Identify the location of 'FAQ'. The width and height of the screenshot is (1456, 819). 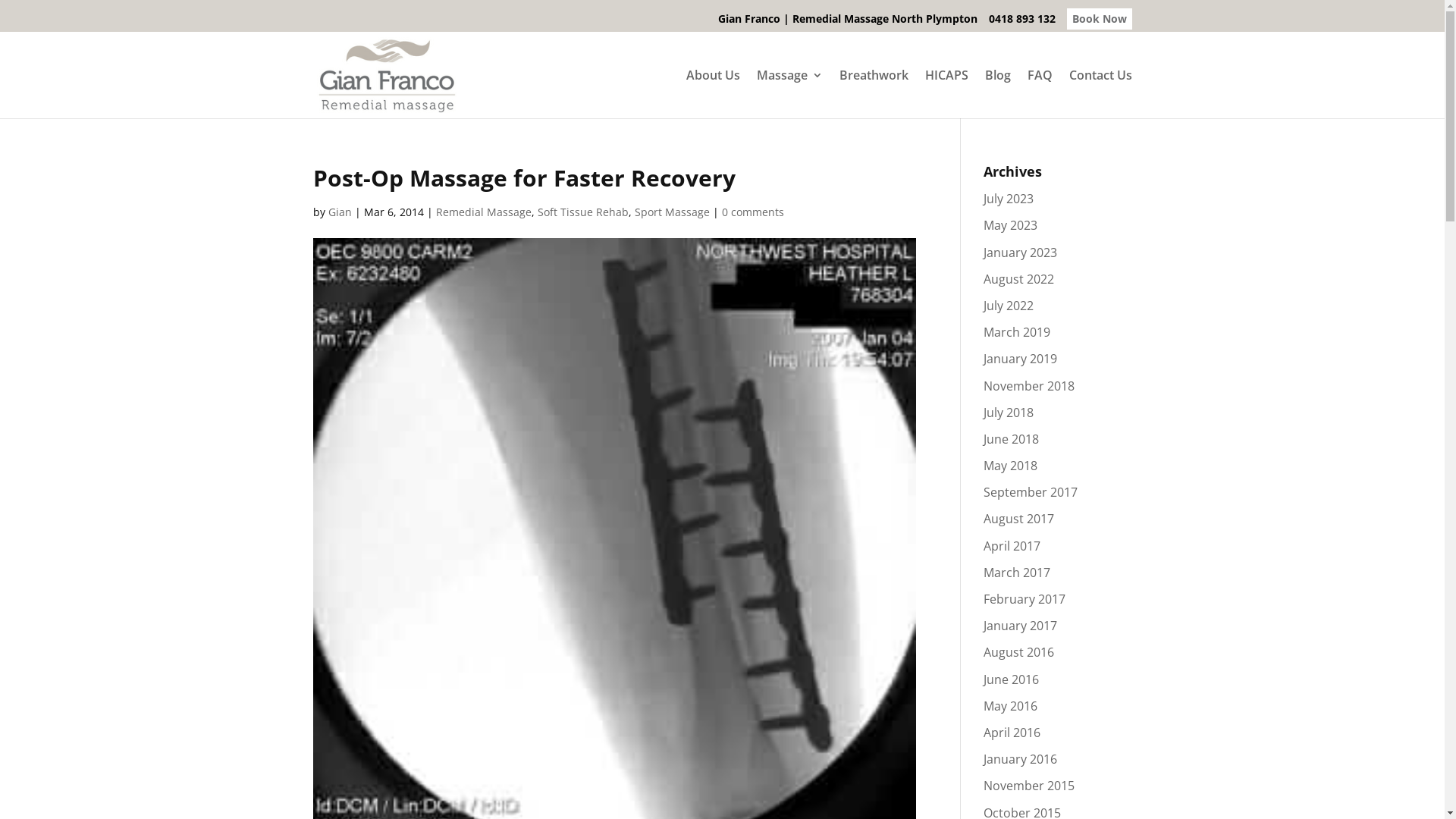
(1038, 93).